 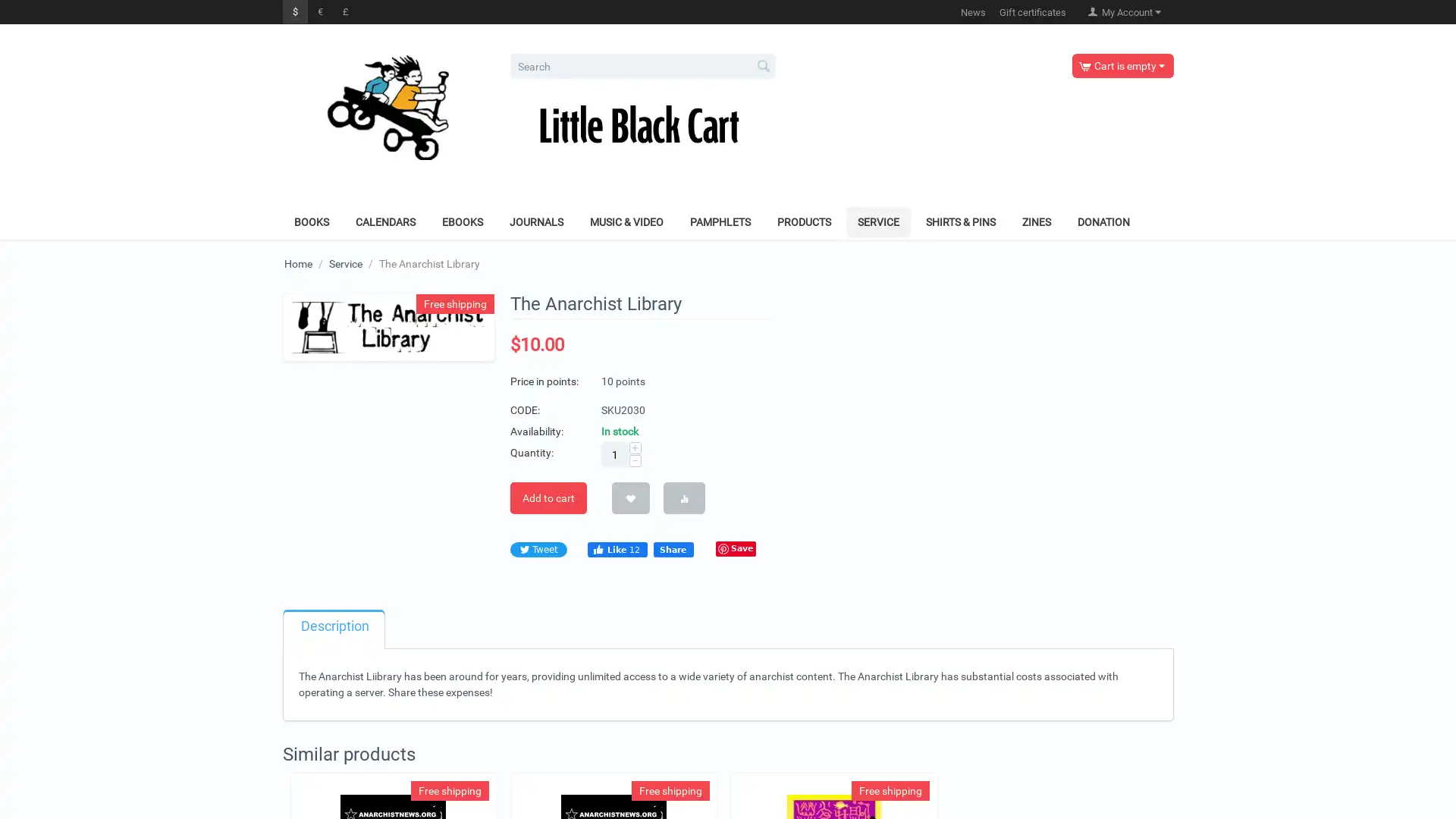 I want to click on Add to cart, so click(x=547, y=497).